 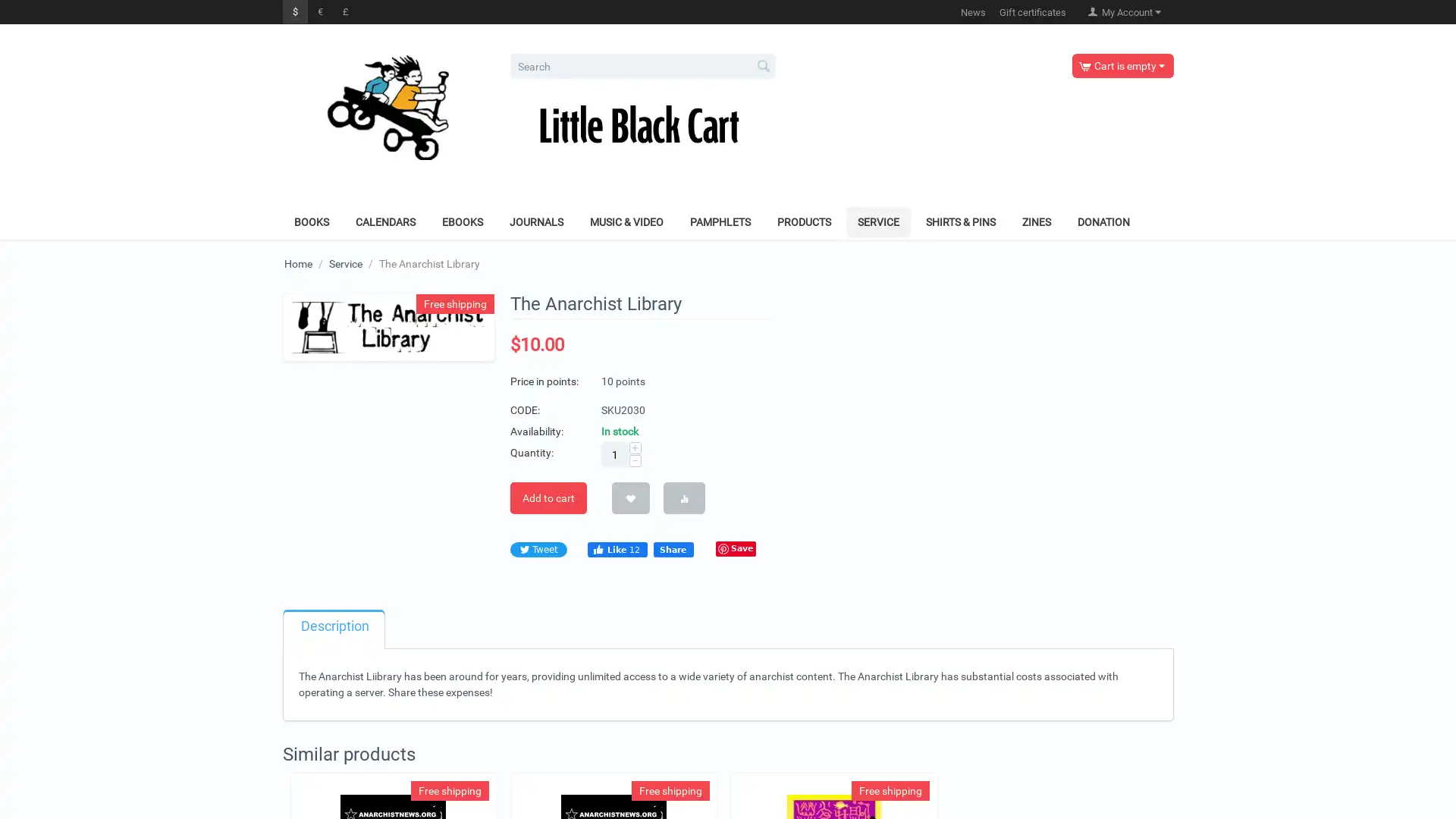 I want to click on Add to cart, so click(x=547, y=497).